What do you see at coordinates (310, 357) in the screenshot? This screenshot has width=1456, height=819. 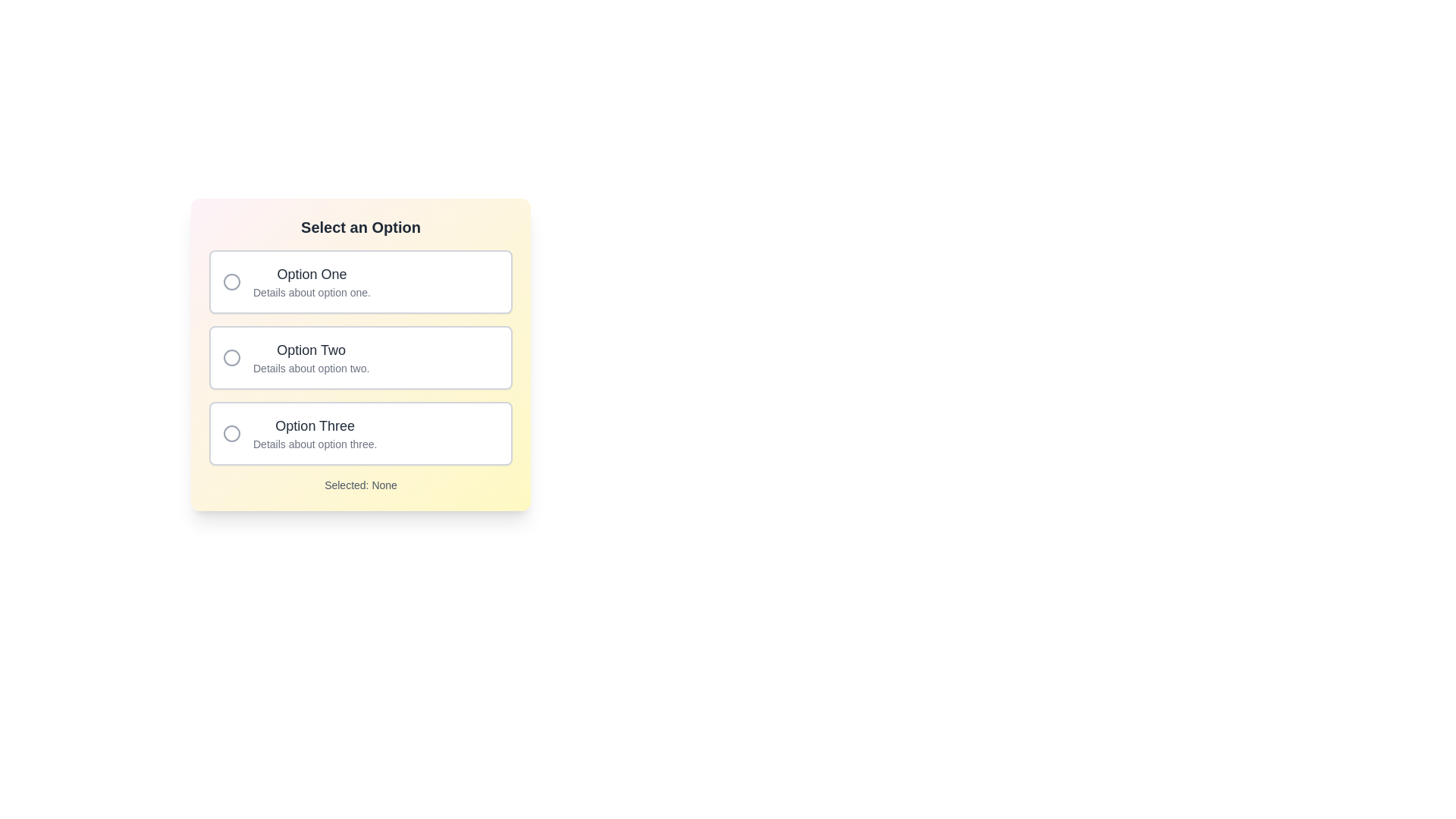 I see `the text label that displays 'Option Two' with the subtext 'Details about option two.'` at bounding box center [310, 357].